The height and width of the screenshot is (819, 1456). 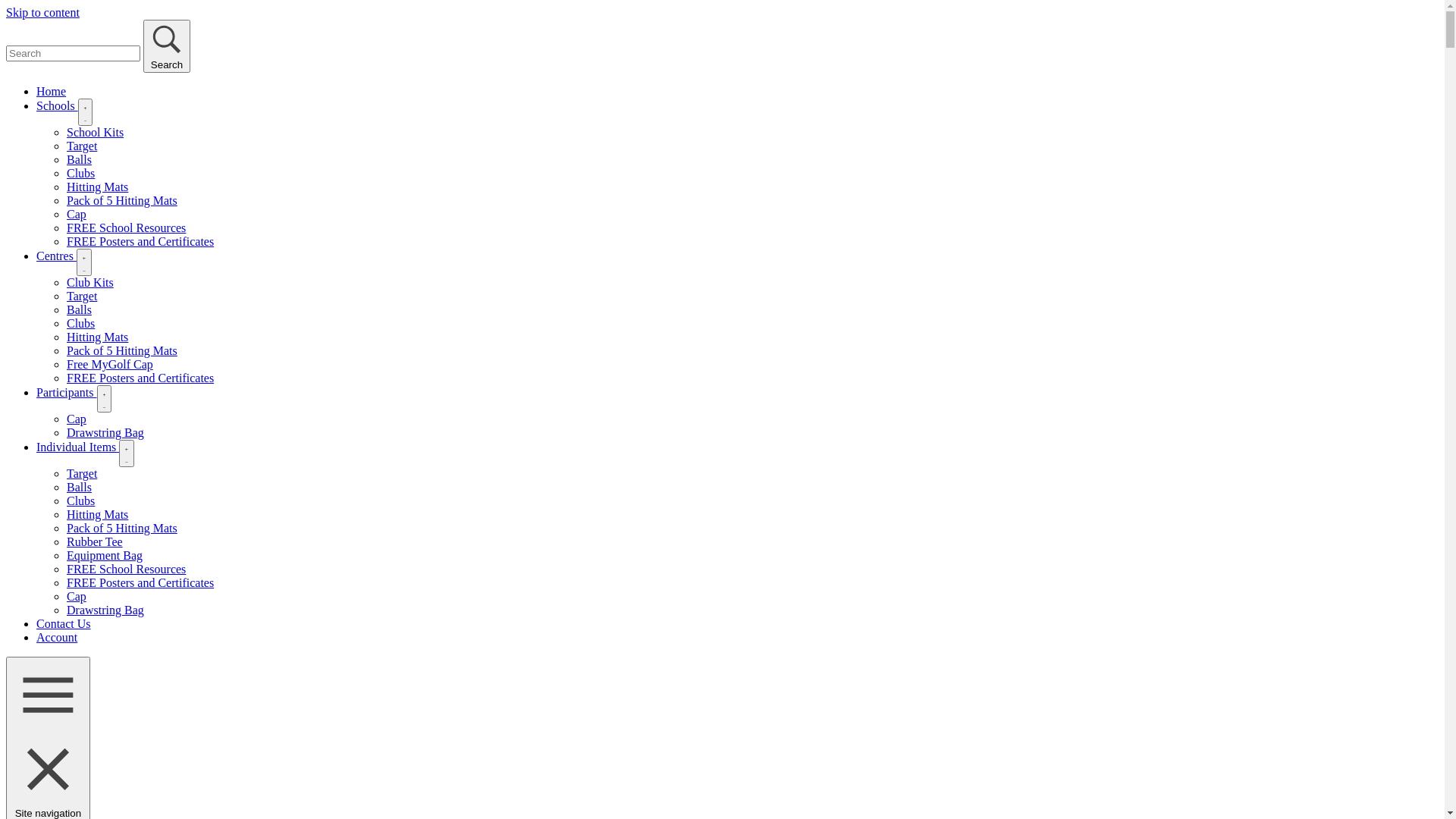 What do you see at coordinates (65, 364) in the screenshot?
I see `'Free MyGolf Cap'` at bounding box center [65, 364].